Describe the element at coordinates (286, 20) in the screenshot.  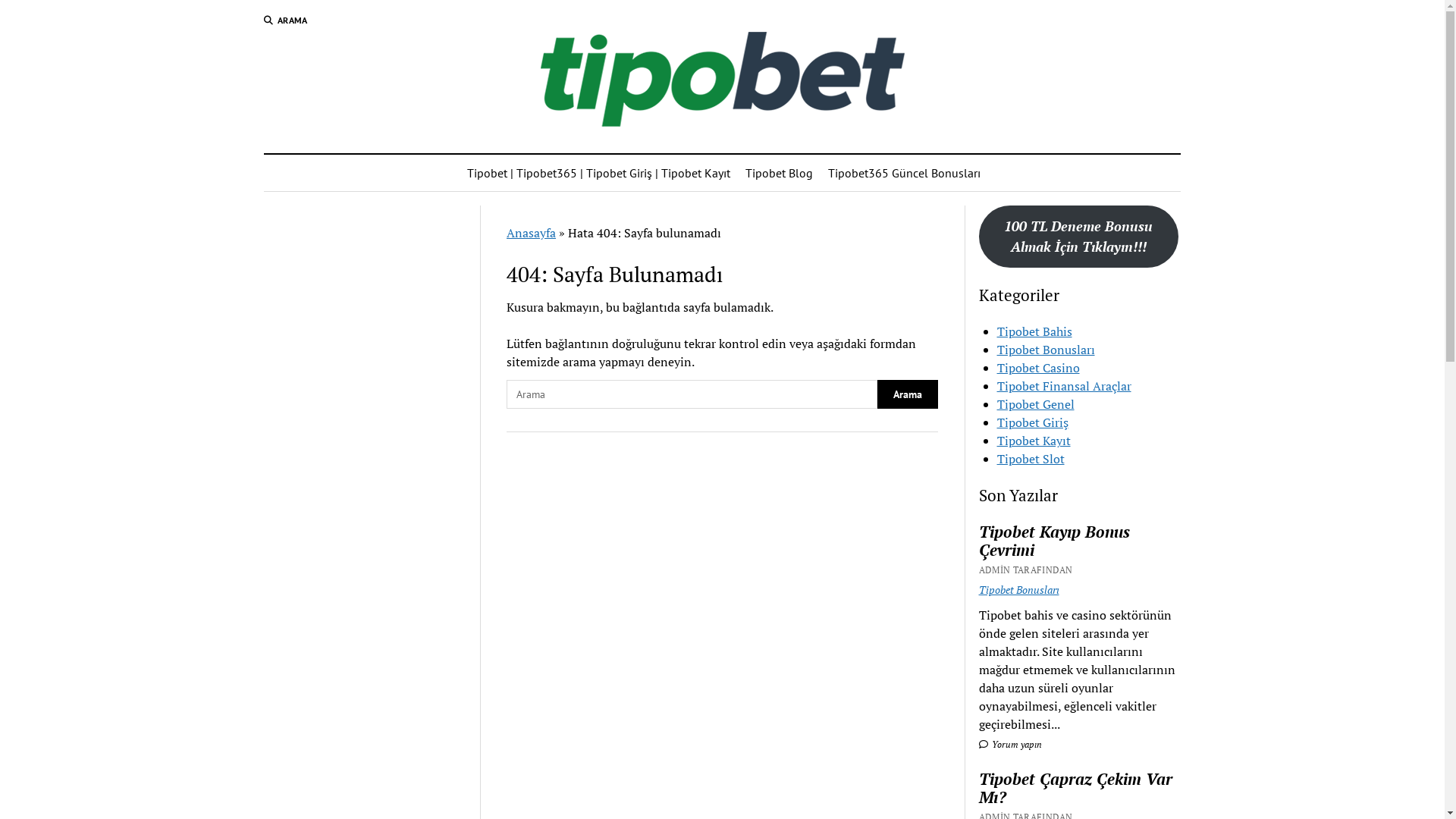
I see `'ARAMA'` at that location.